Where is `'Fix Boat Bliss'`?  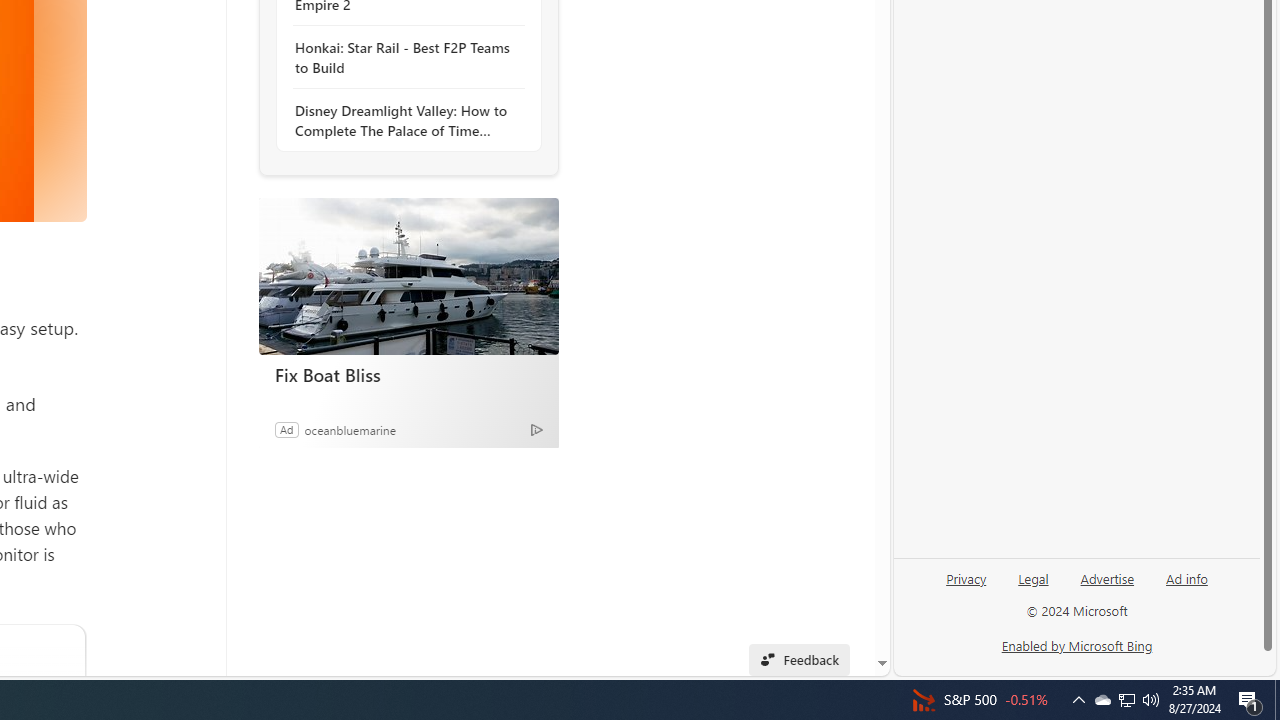 'Fix Boat Bliss' is located at coordinates (407, 276).